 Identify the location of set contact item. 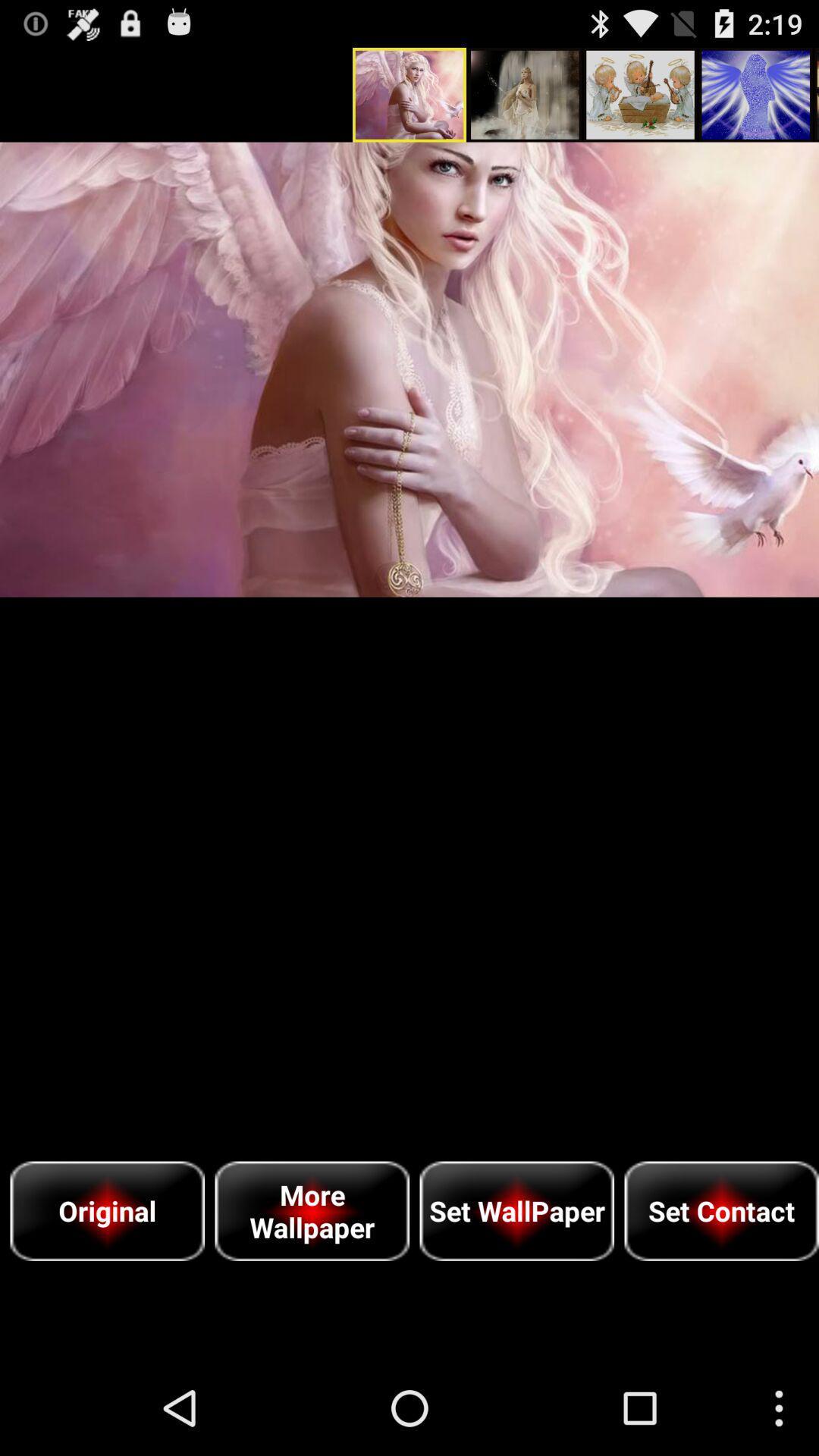
(720, 1210).